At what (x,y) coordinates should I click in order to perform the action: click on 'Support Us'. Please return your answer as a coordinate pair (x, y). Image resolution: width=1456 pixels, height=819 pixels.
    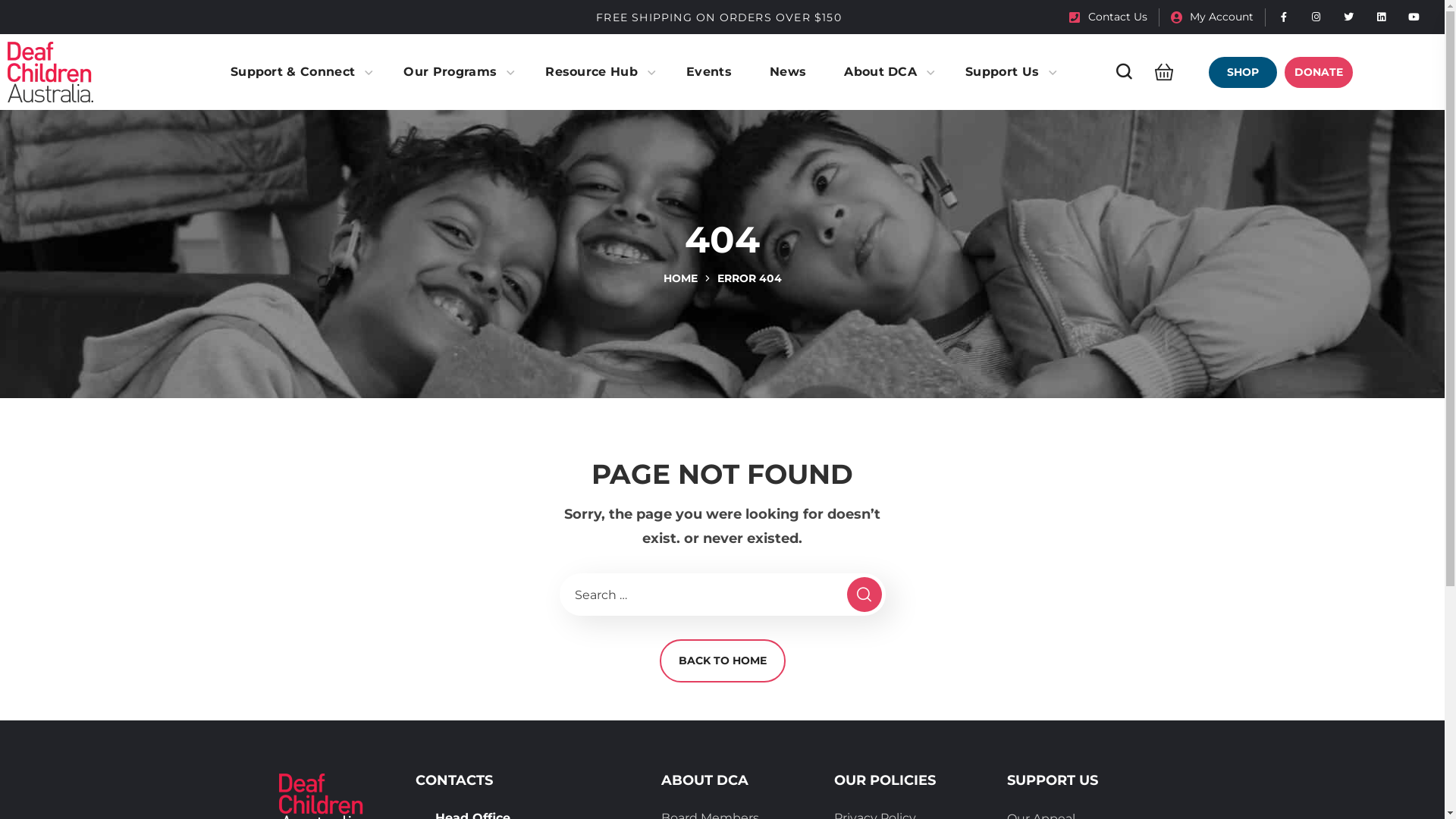
    Looking at the image, I should click on (946, 72).